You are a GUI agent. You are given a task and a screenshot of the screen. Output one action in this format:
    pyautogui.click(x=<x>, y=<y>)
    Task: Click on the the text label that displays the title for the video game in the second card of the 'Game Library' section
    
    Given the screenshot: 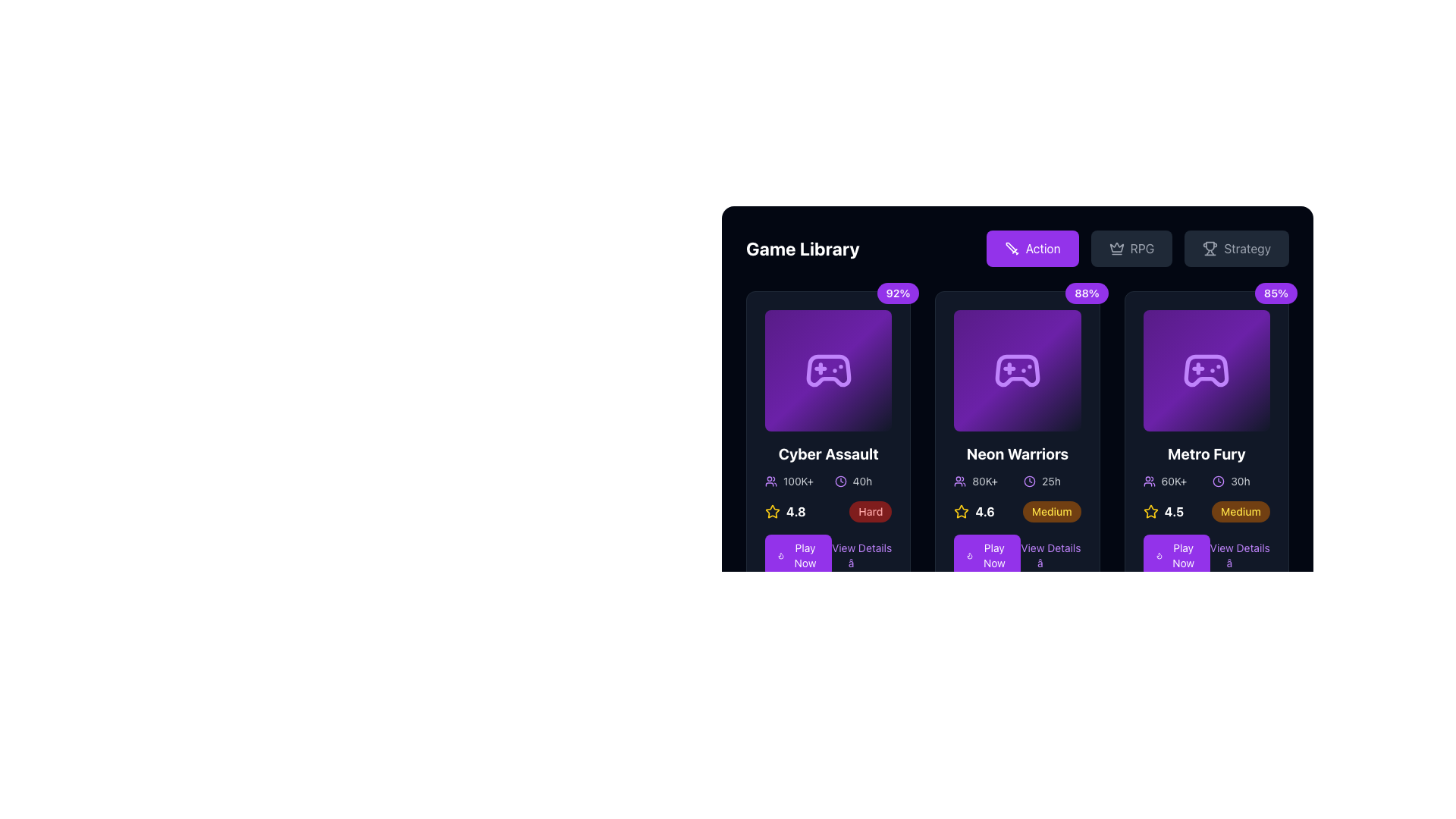 What is the action you would take?
    pyautogui.click(x=1018, y=453)
    